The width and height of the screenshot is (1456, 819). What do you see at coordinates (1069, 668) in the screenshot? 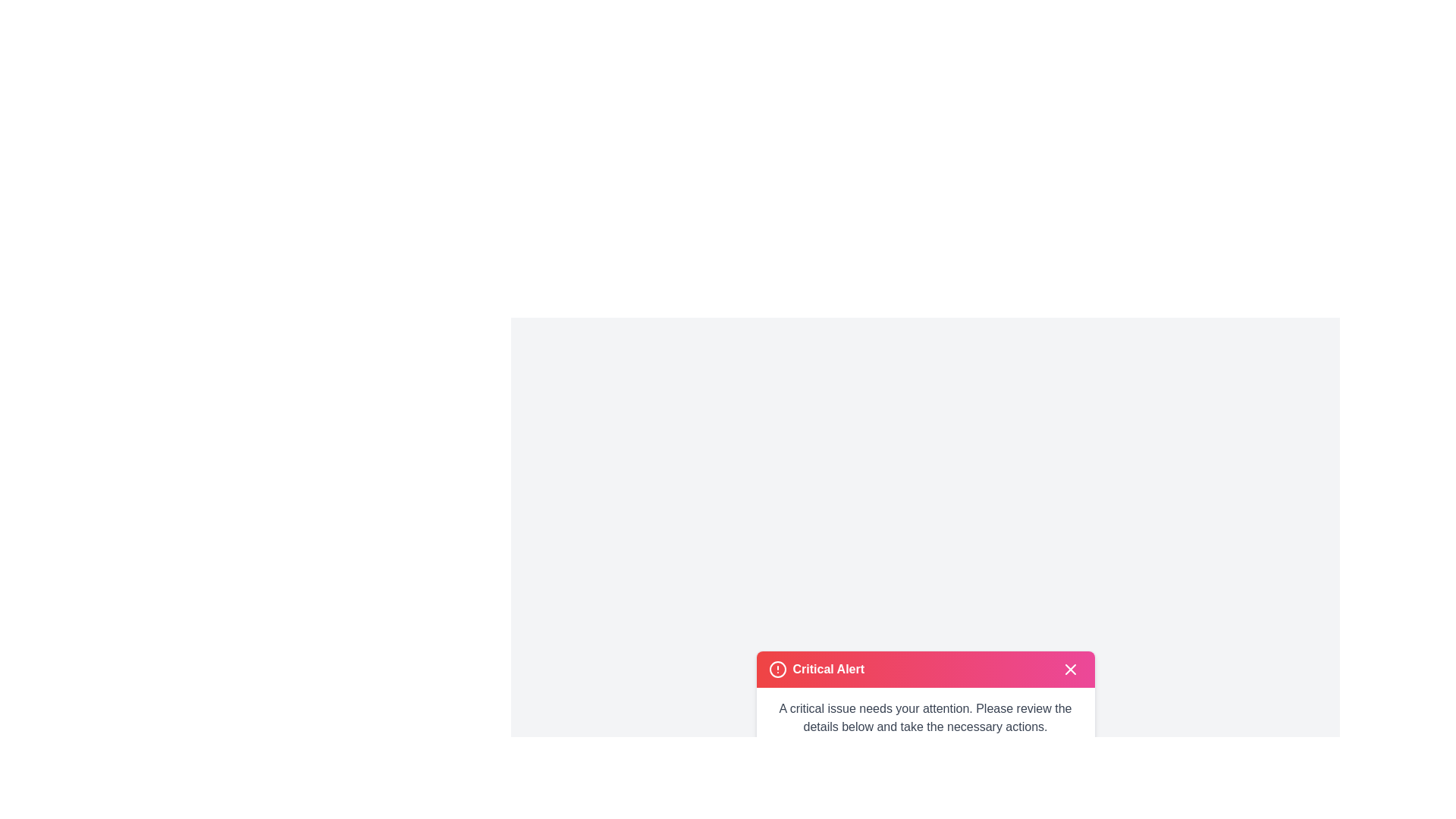
I see `the cross icon located in the top-right corner of the red and pink gradient alert box` at bounding box center [1069, 668].